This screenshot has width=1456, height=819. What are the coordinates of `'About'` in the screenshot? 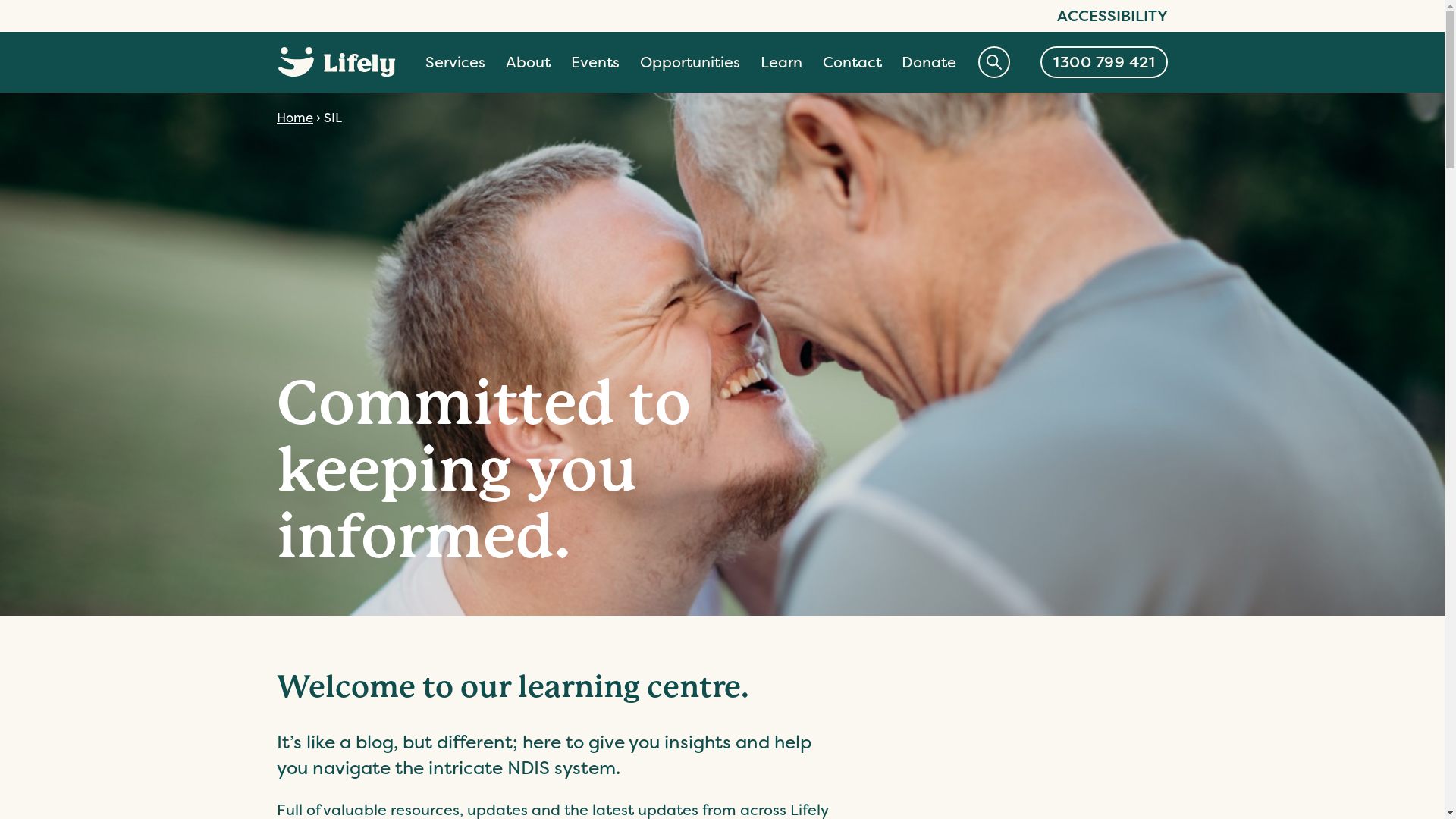 It's located at (528, 62).